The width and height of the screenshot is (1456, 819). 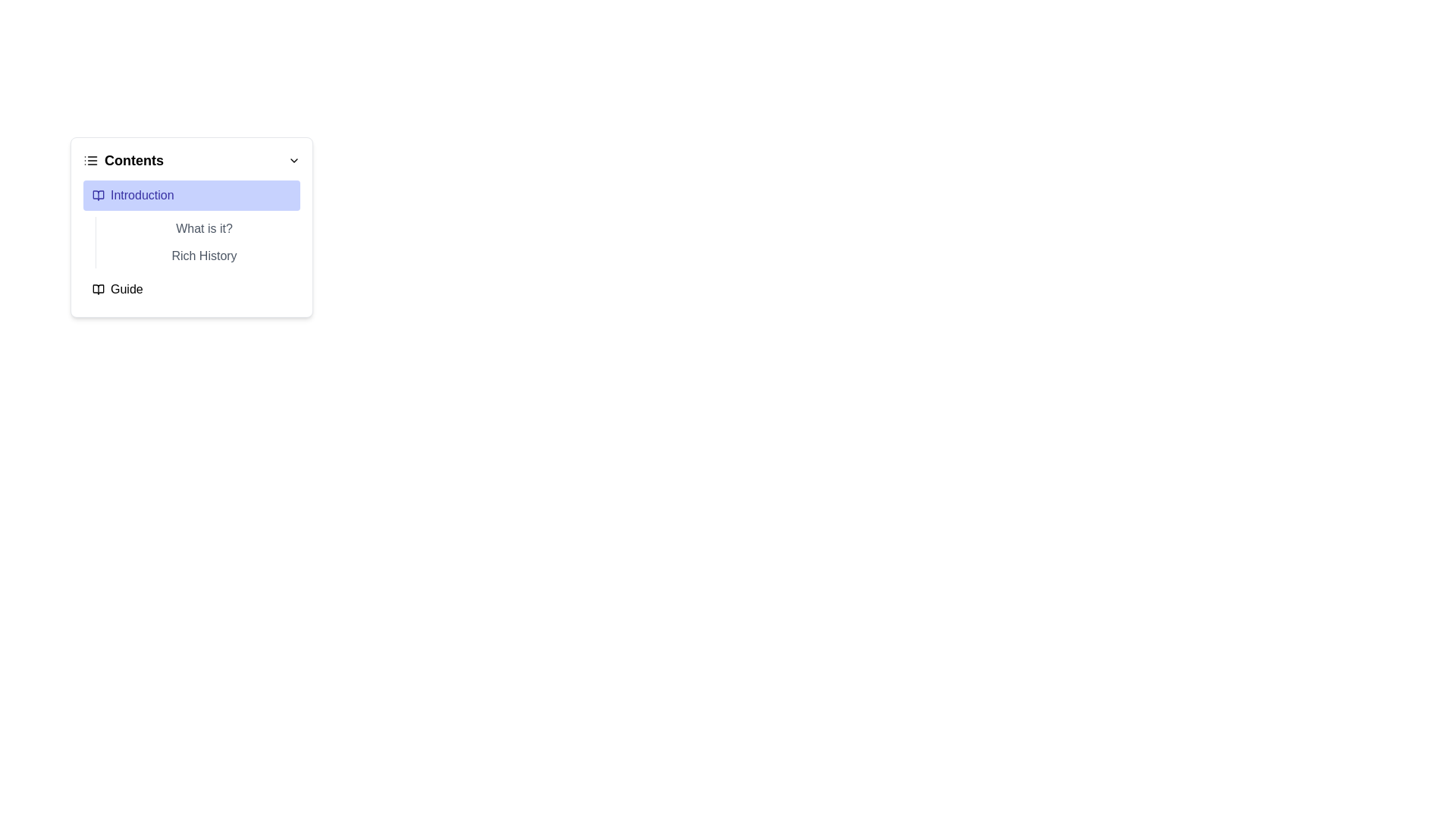 I want to click on textual content block located in the sidebar, positioned beneath the 'Introduction' header and above the 'Guide' entry, so click(x=191, y=224).